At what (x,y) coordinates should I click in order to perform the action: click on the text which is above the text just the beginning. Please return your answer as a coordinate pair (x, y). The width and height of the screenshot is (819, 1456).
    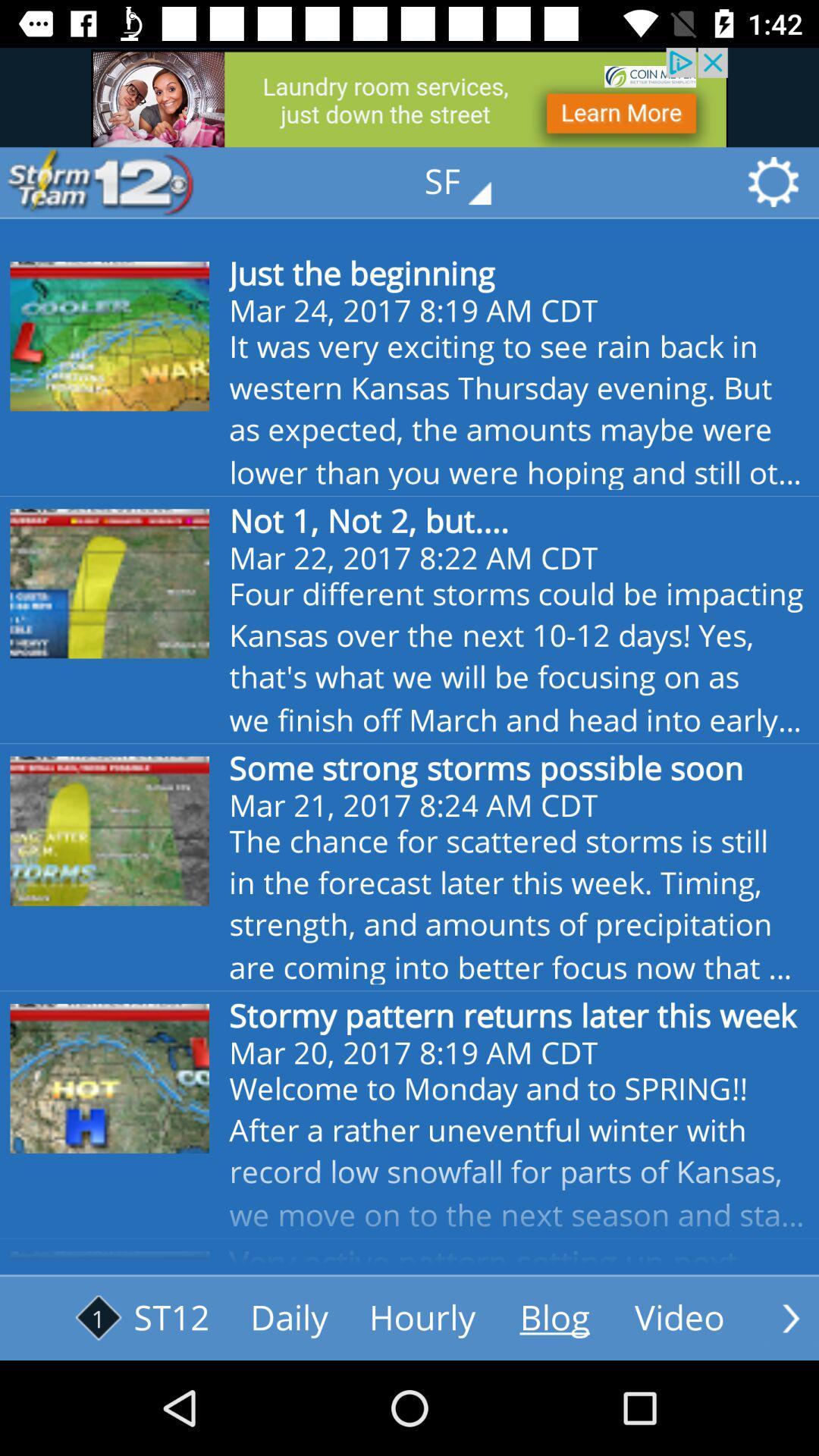
    Looking at the image, I should click on (468, 182).